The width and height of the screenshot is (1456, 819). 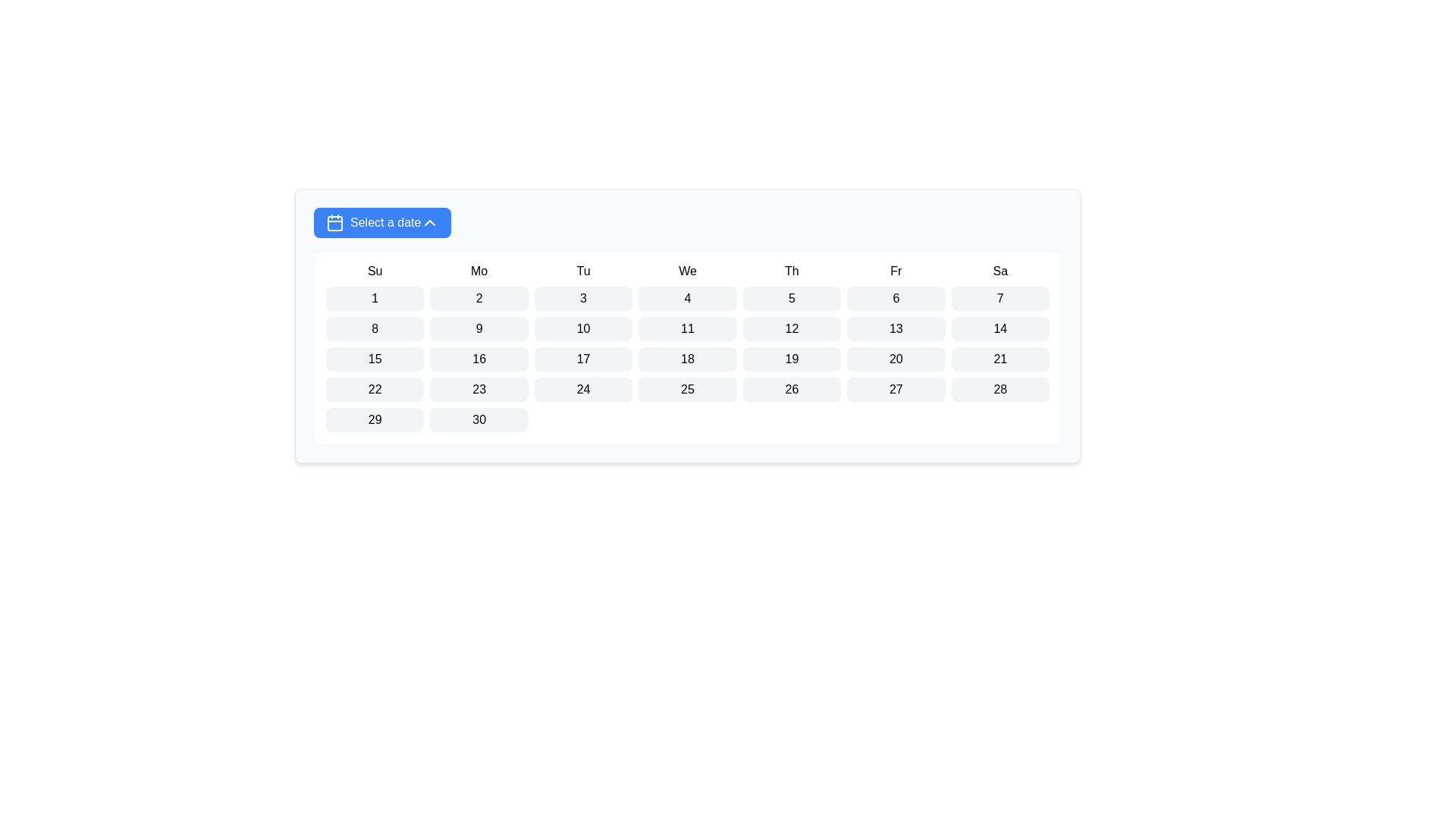 I want to click on the static text element representing the weekday 'Friday' in the calendar interface, so click(x=896, y=271).